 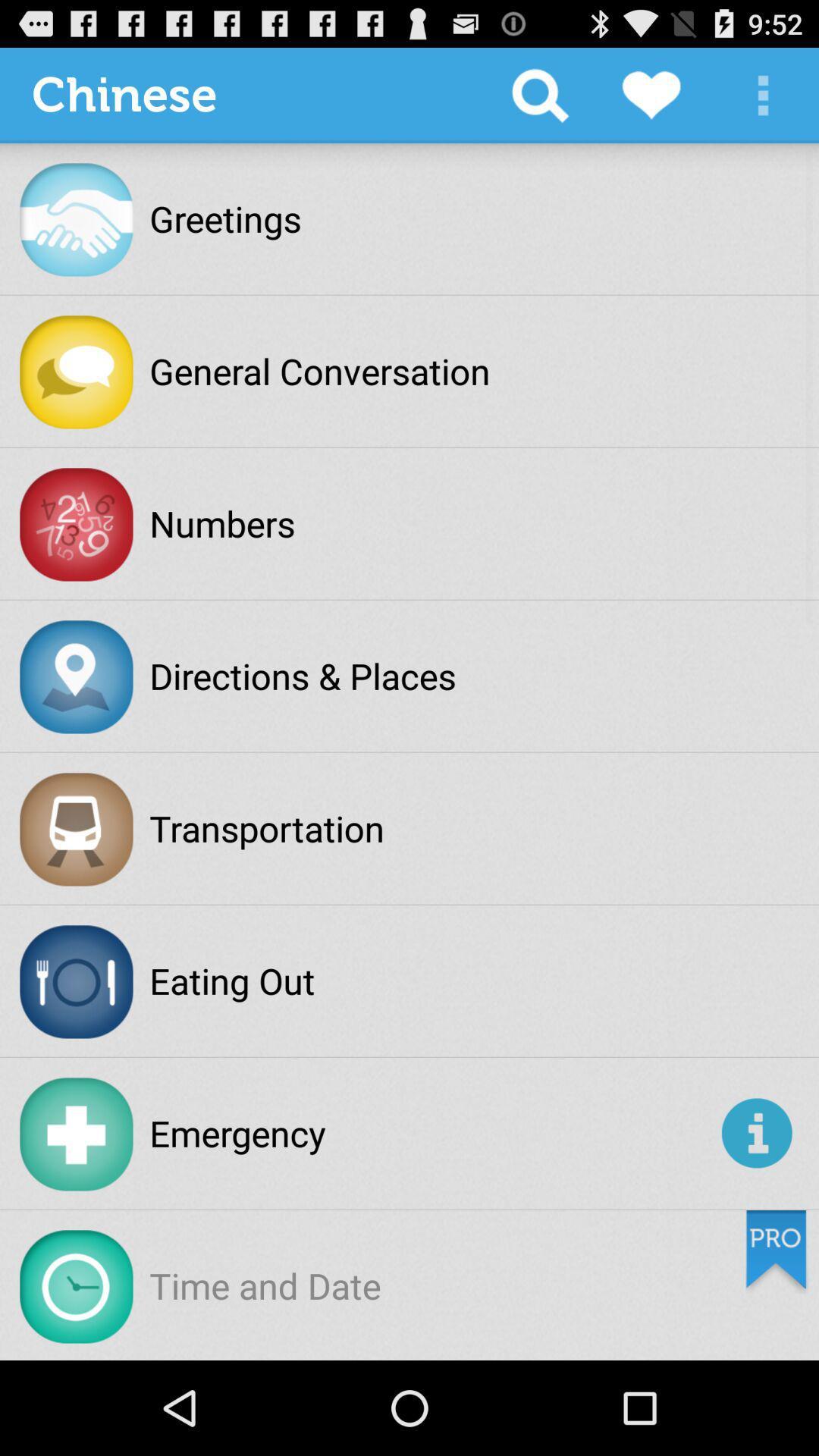 What do you see at coordinates (303, 675) in the screenshot?
I see `the directions & places icon` at bounding box center [303, 675].